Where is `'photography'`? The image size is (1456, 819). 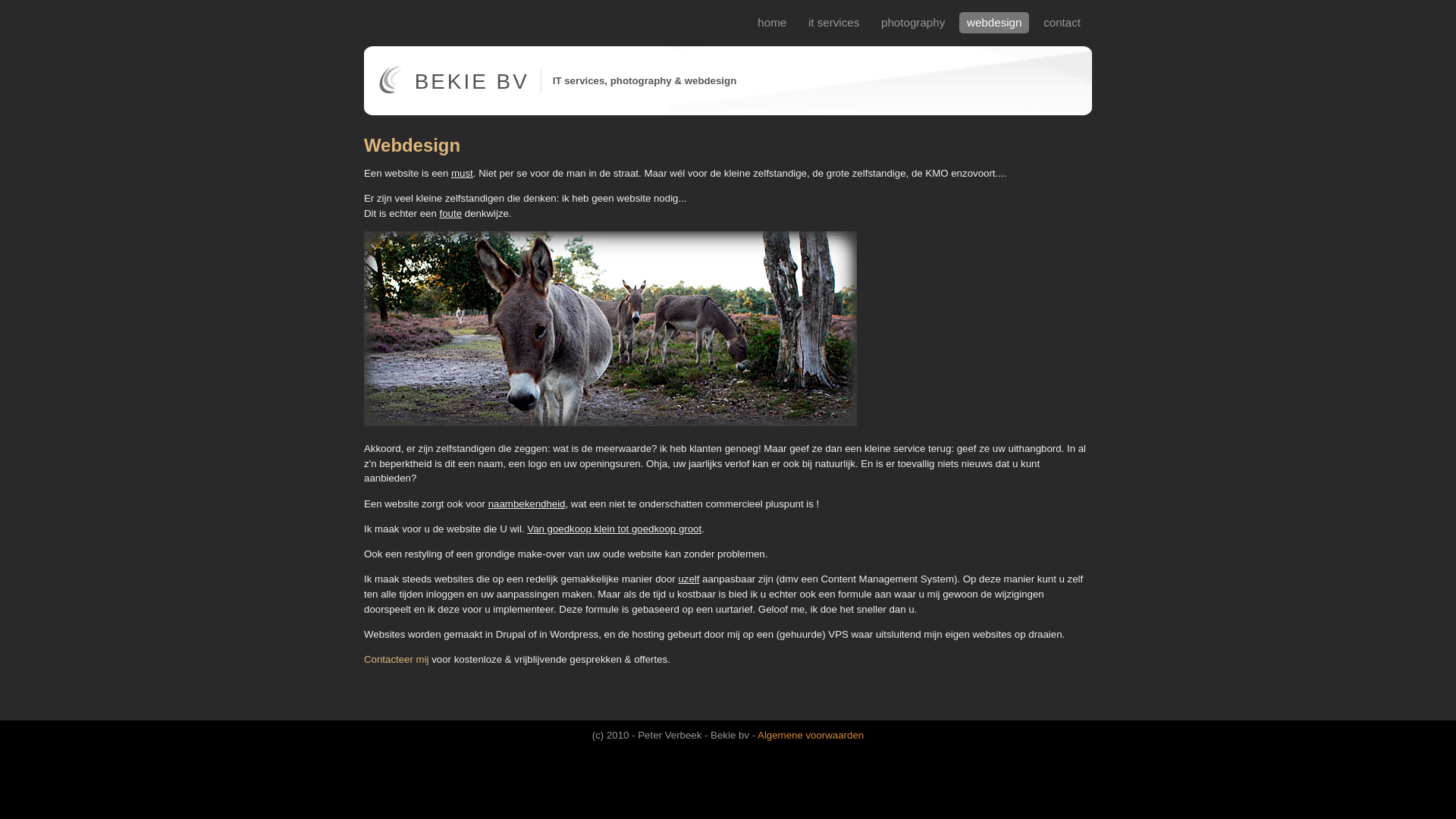 'photography' is located at coordinates (914, 22).